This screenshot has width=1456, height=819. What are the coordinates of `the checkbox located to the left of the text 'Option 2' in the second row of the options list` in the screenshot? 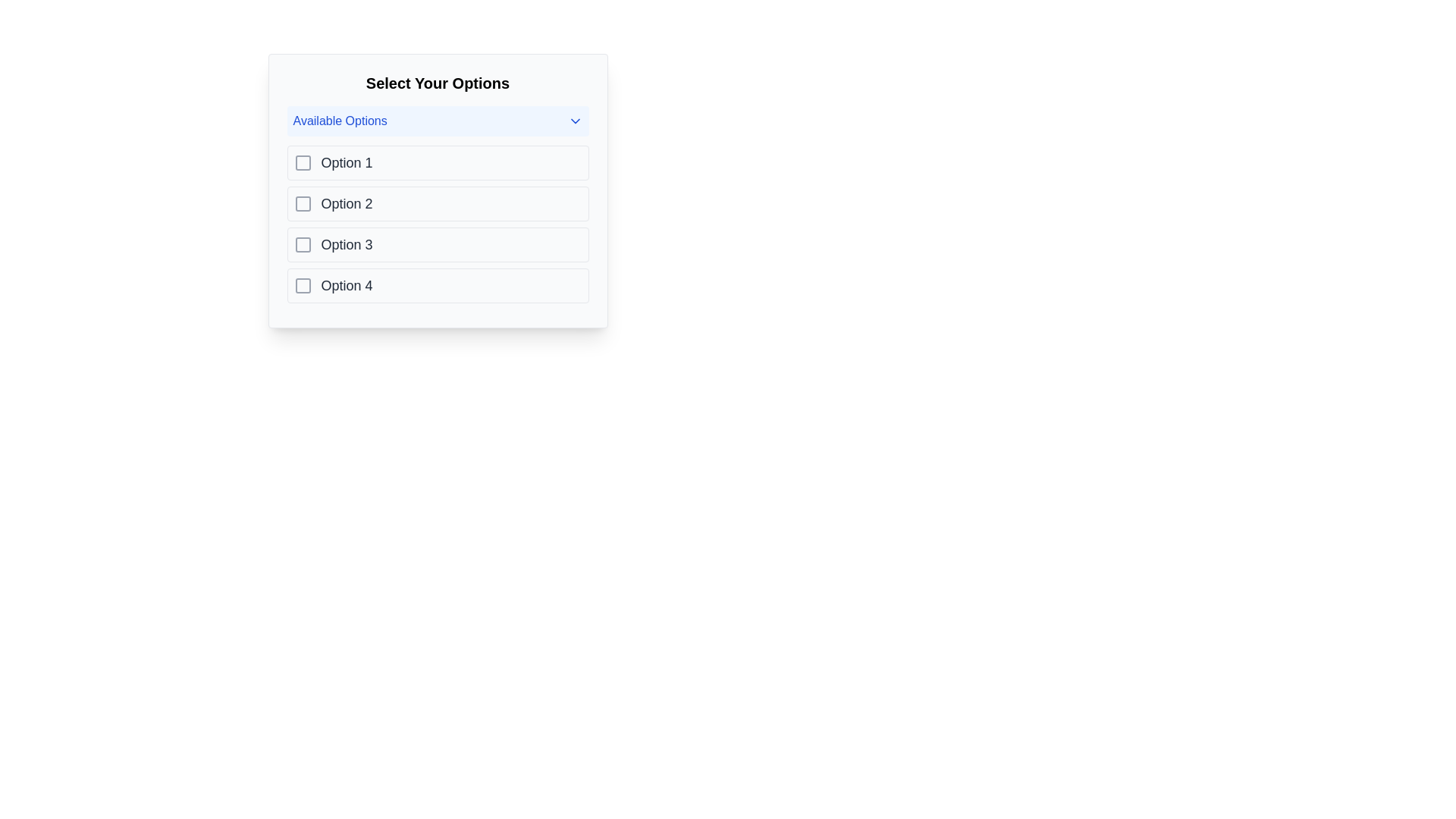 It's located at (303, 203).